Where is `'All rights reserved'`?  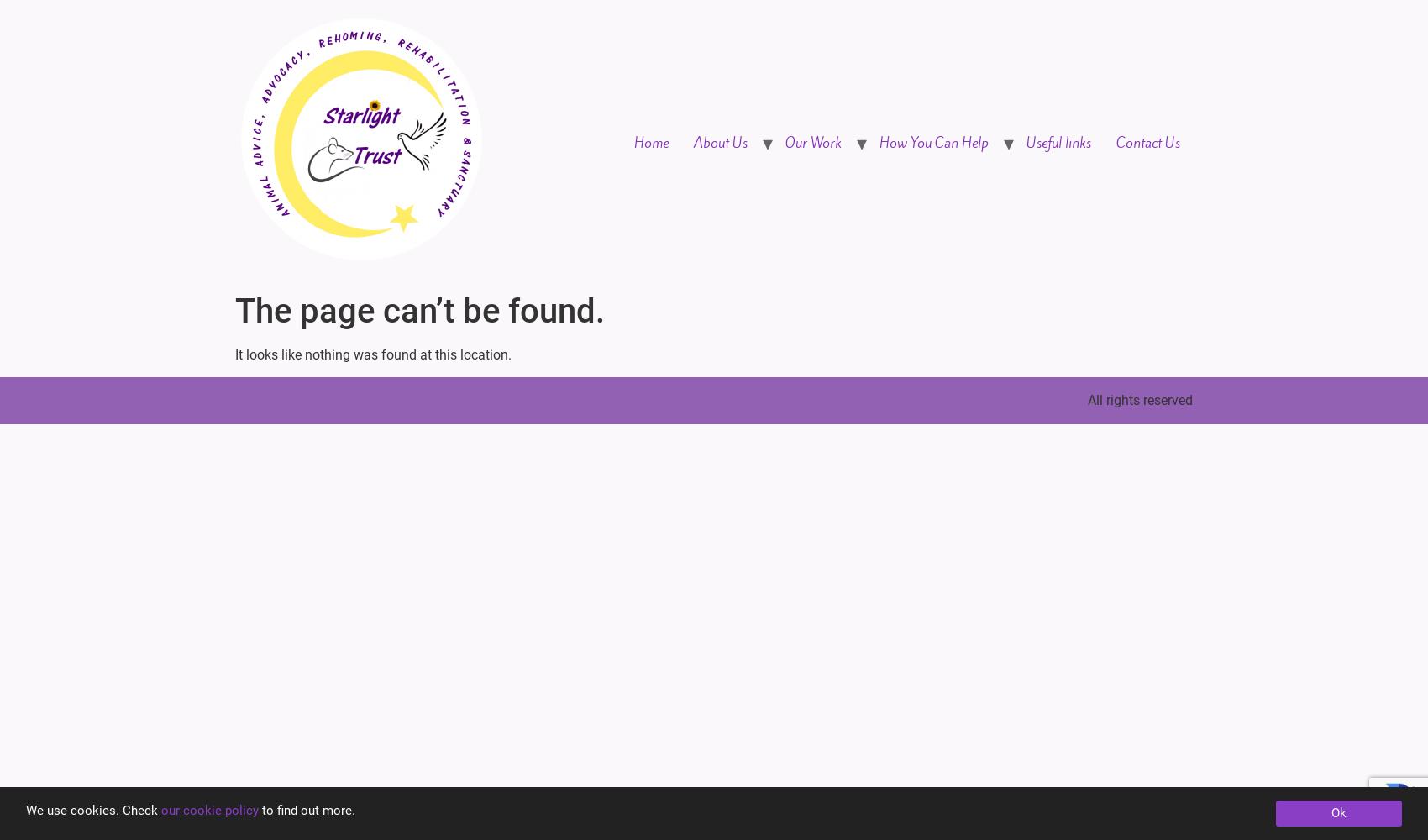
'All rights reserved' is located at coordinates (1140, 399).